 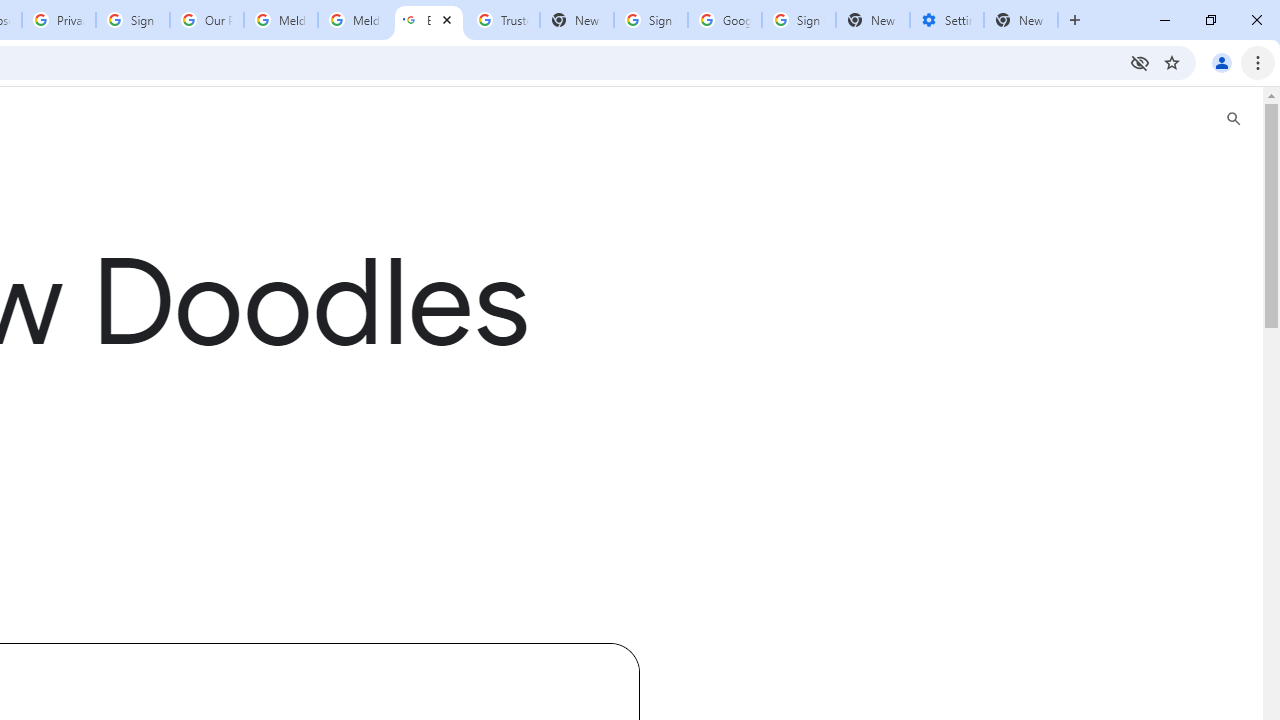 What do you see at coordinates (872, 20) in the screenshot?
I see `'New Tab'` at bounding box center [872, 20].